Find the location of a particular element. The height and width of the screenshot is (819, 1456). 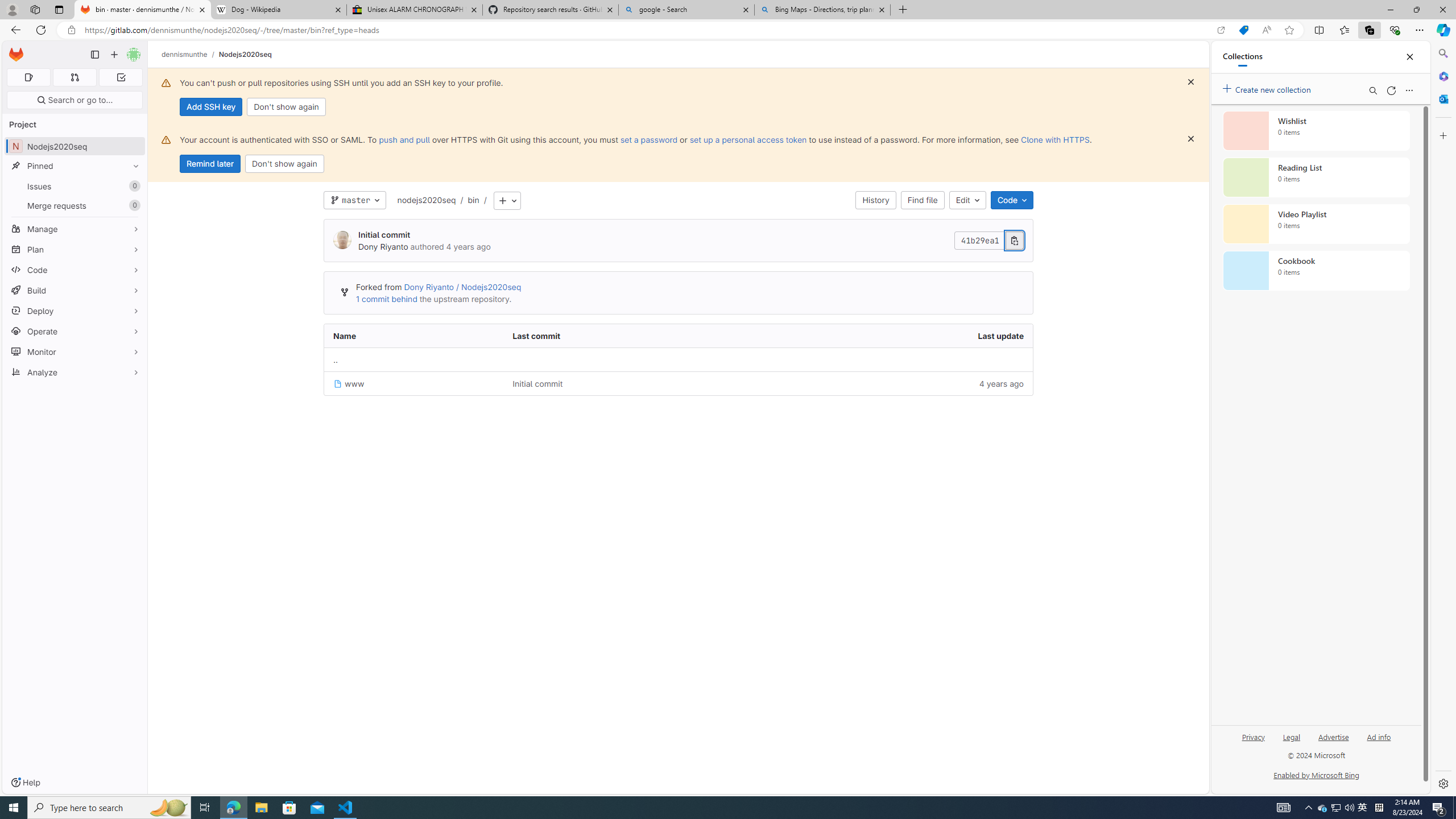

'push and pull' is located at coordinates (403, 139).